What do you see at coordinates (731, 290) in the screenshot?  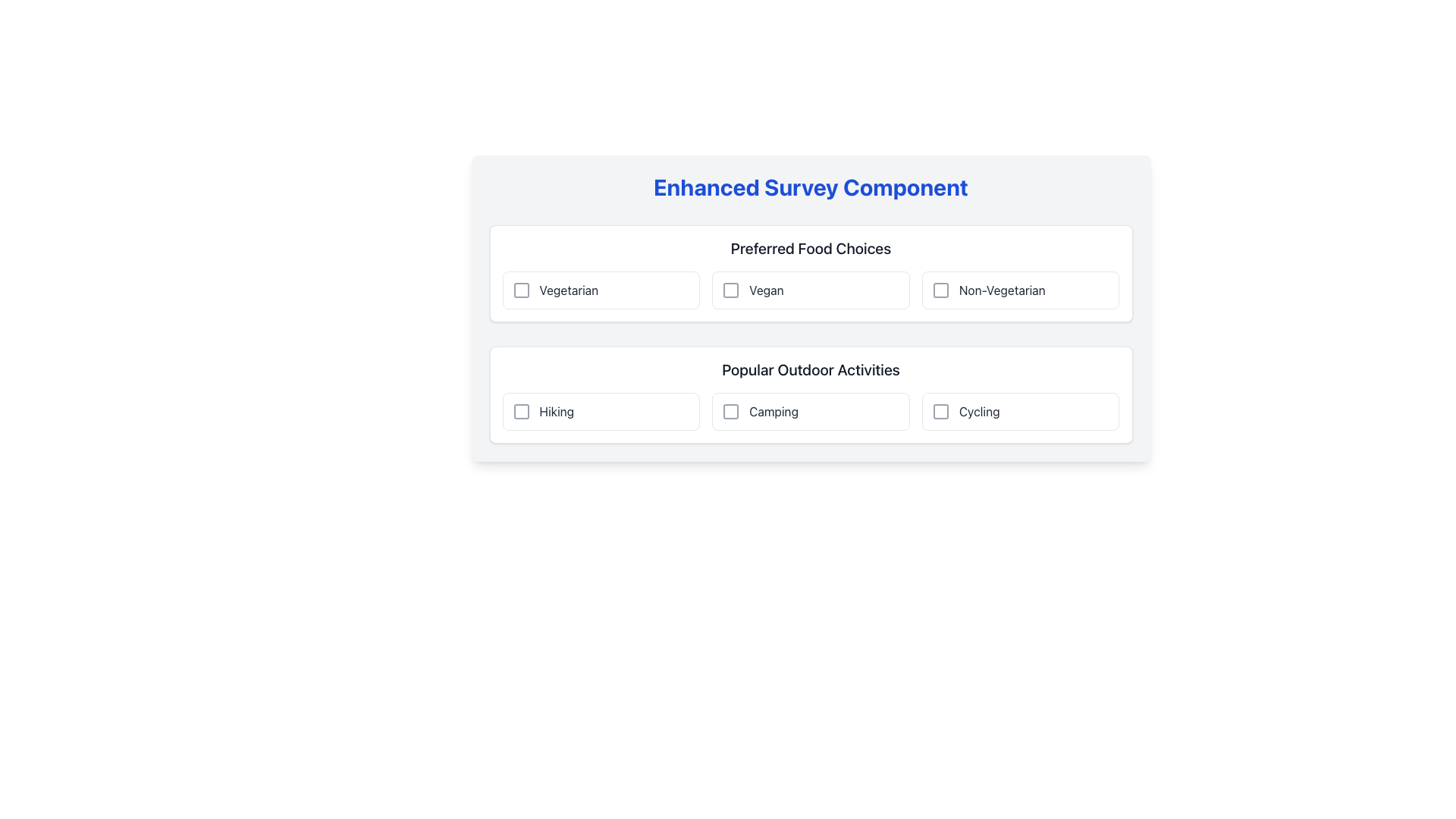 I see `state of the selected checkbox for 'Vegan' within the 'Preferred Food Choices' group to determine if it is checked or unchecked` at bounding box center [731, 290].